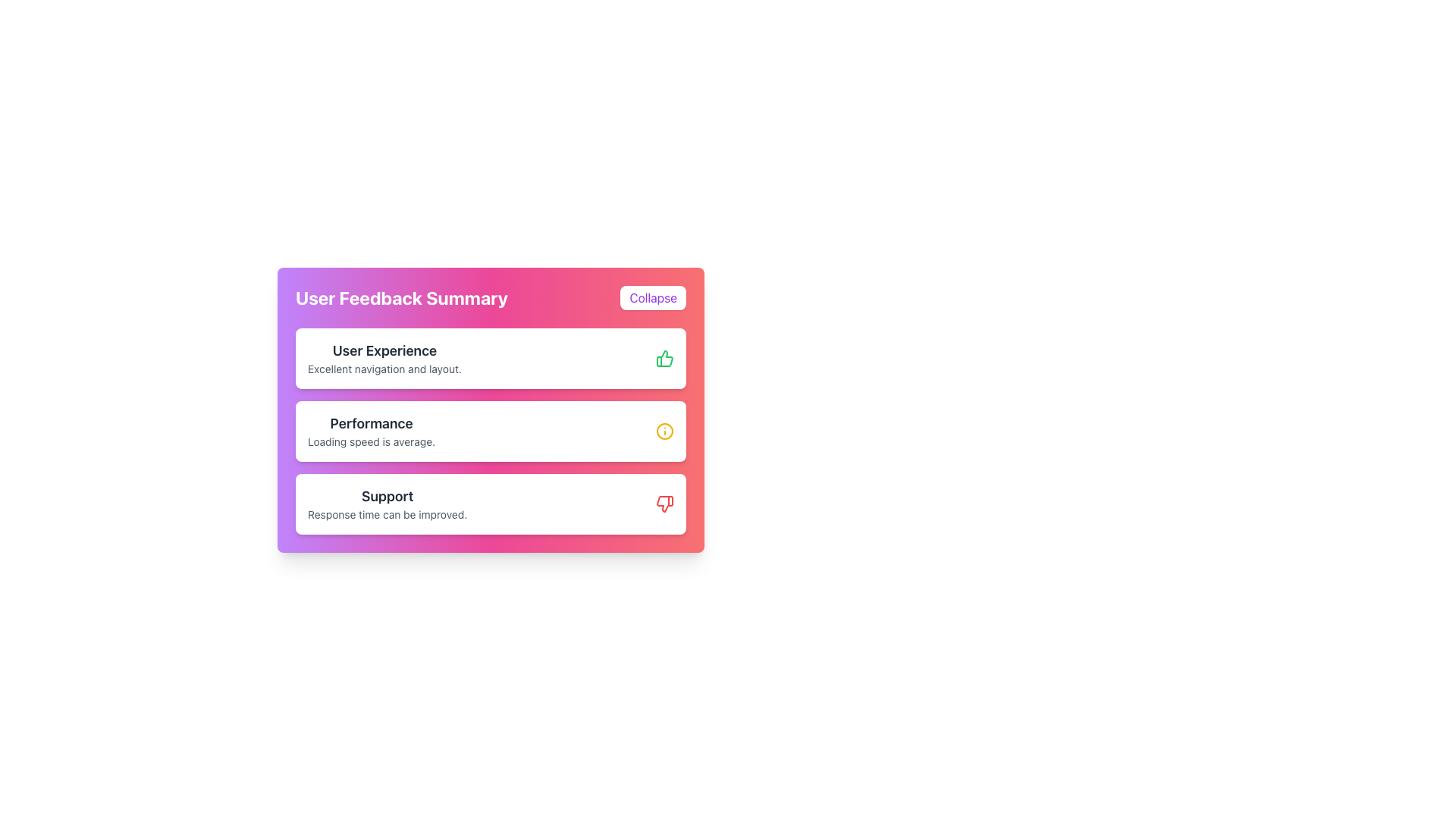  I want to click on the red thumbs-down icon located at the far right of the third row in the feedback list under the 'Support' category, so click(665, 504).